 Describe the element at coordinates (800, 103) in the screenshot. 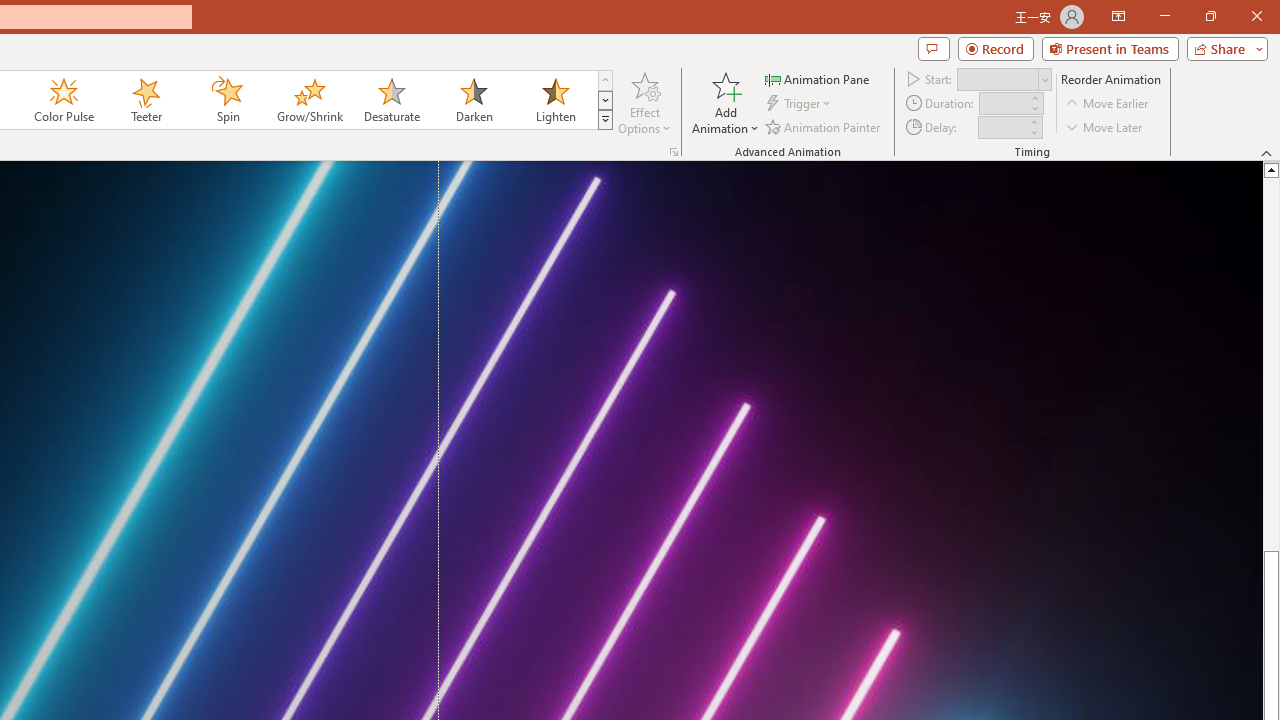

I see `'Trigger'` at that location.